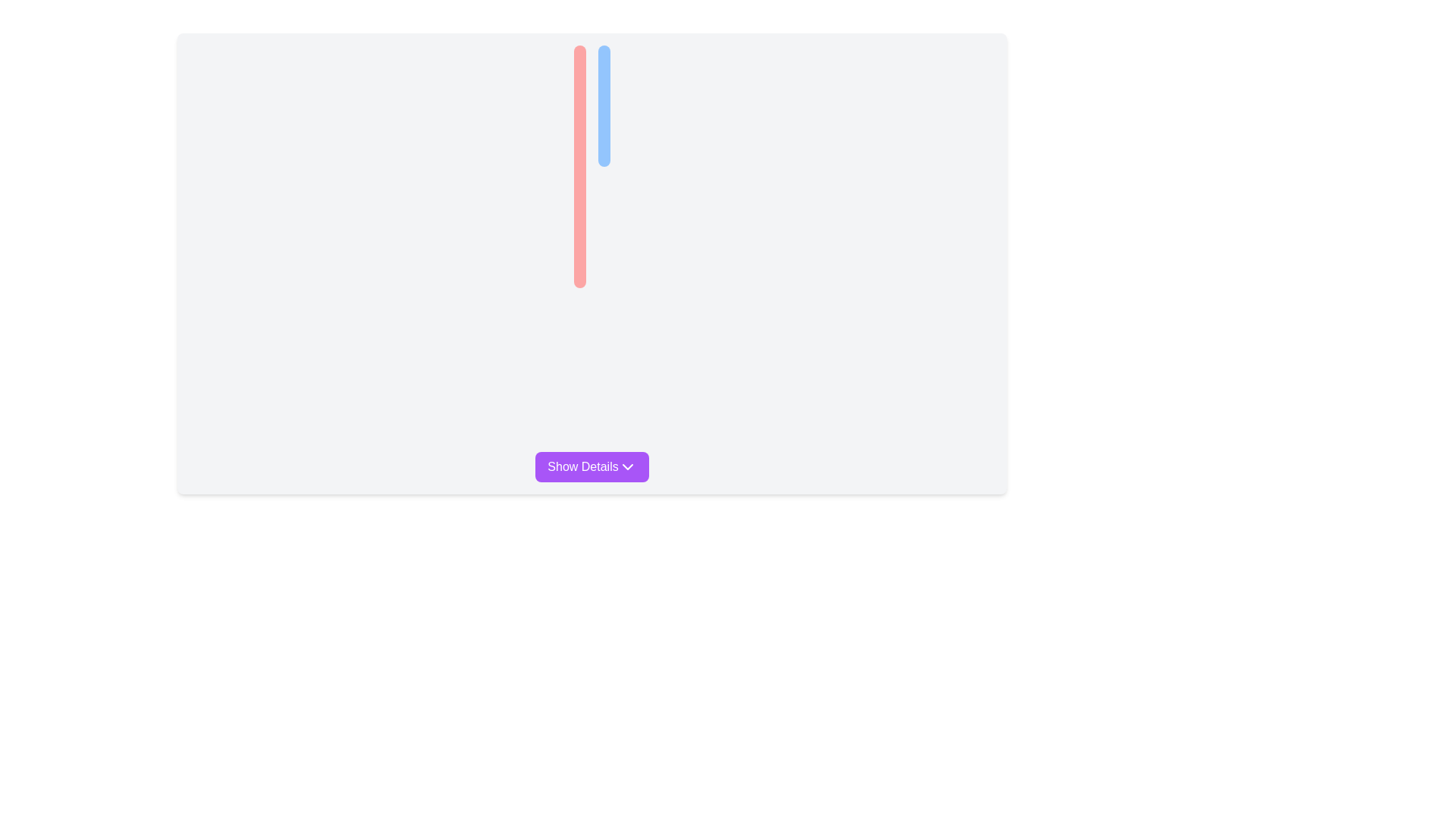 The width and height of the screenshot is (1456, 819). I want to click on the button with a purple background and white text labeled 'Show Details', so click(591, 466).